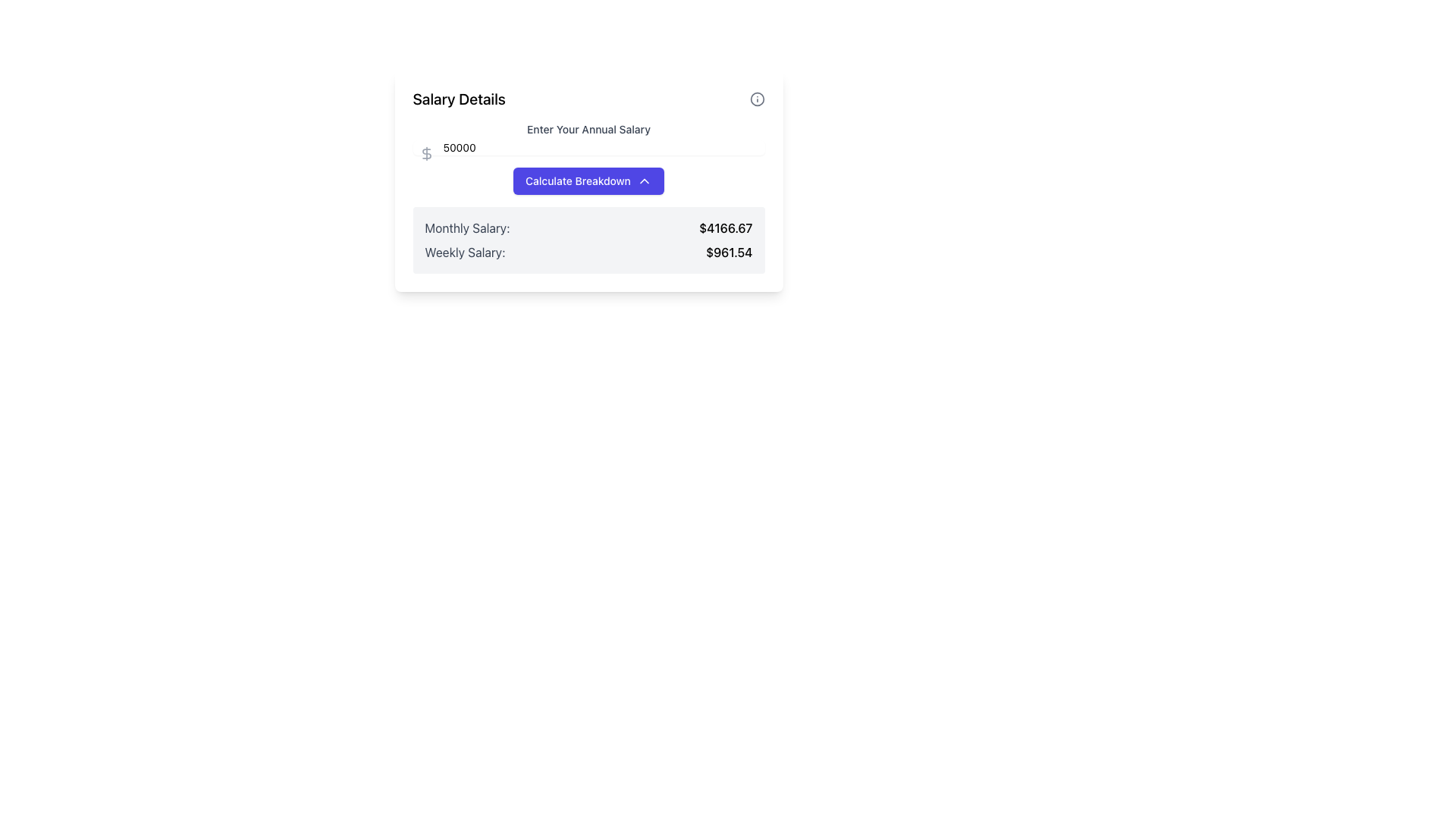 The width and height of the screenshot is (1456, 819). What do you see at coordinates (644, 180) in the screenshot?
I see `the dropdown indicator icon within the 'Calculate Breakdown' button` at bounding box center [644, 180].